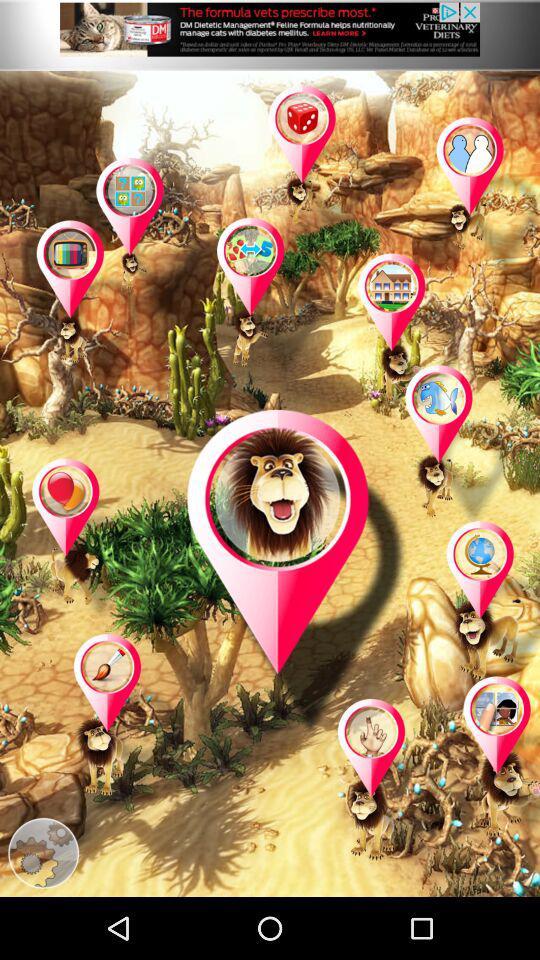 This screenshot has width=540, height=960. I want to click on the settings icon, so click(43, 913).